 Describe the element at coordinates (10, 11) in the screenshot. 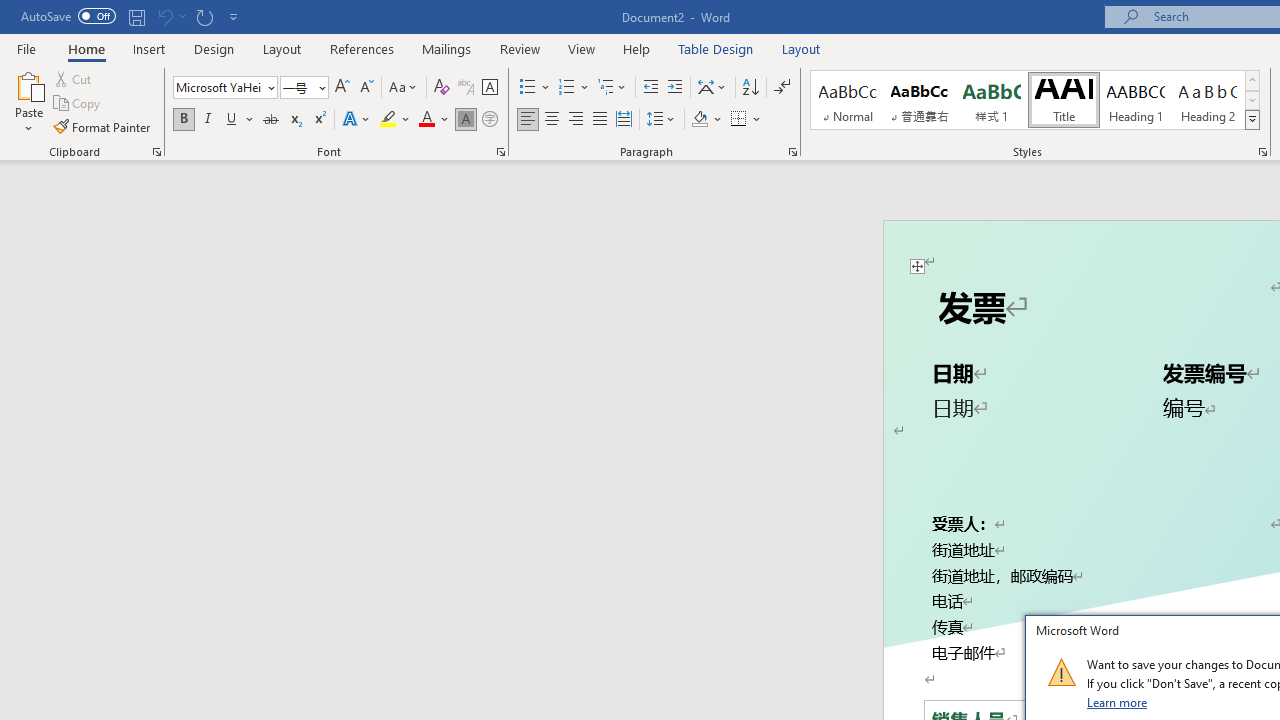

I see `'System'` at that location.